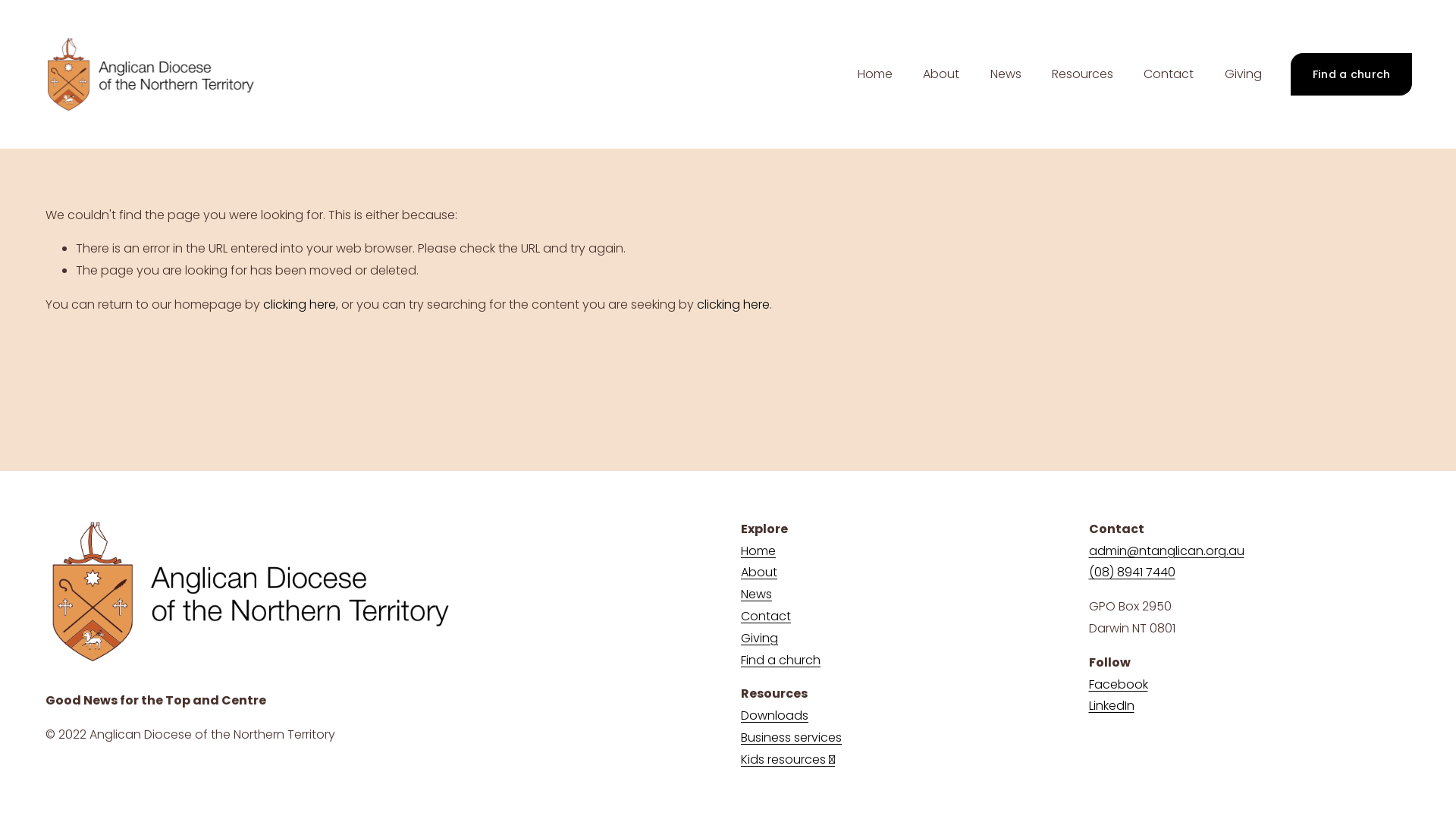  What do you see at coordinates (1118, 685) in the screenshot?
I see `'Facebook'` at bounding box center [1118, 685].